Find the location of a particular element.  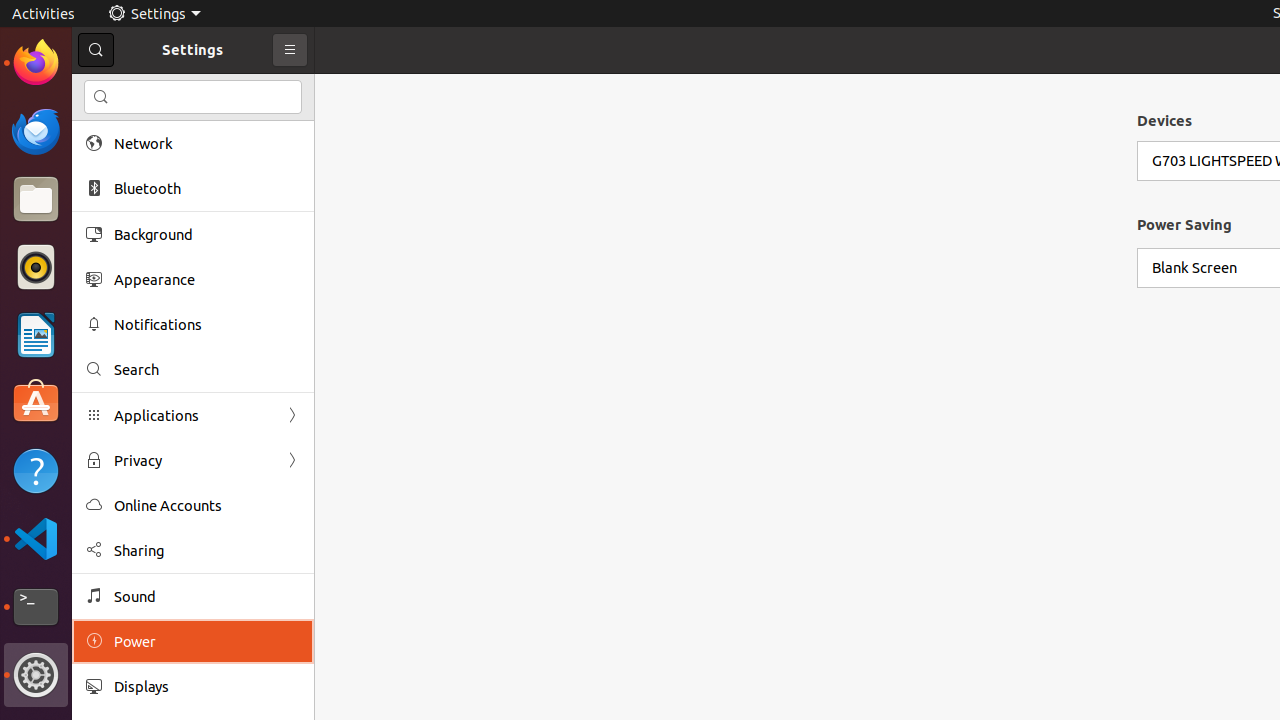

'Privacy' is located at coordinates (193, 460).